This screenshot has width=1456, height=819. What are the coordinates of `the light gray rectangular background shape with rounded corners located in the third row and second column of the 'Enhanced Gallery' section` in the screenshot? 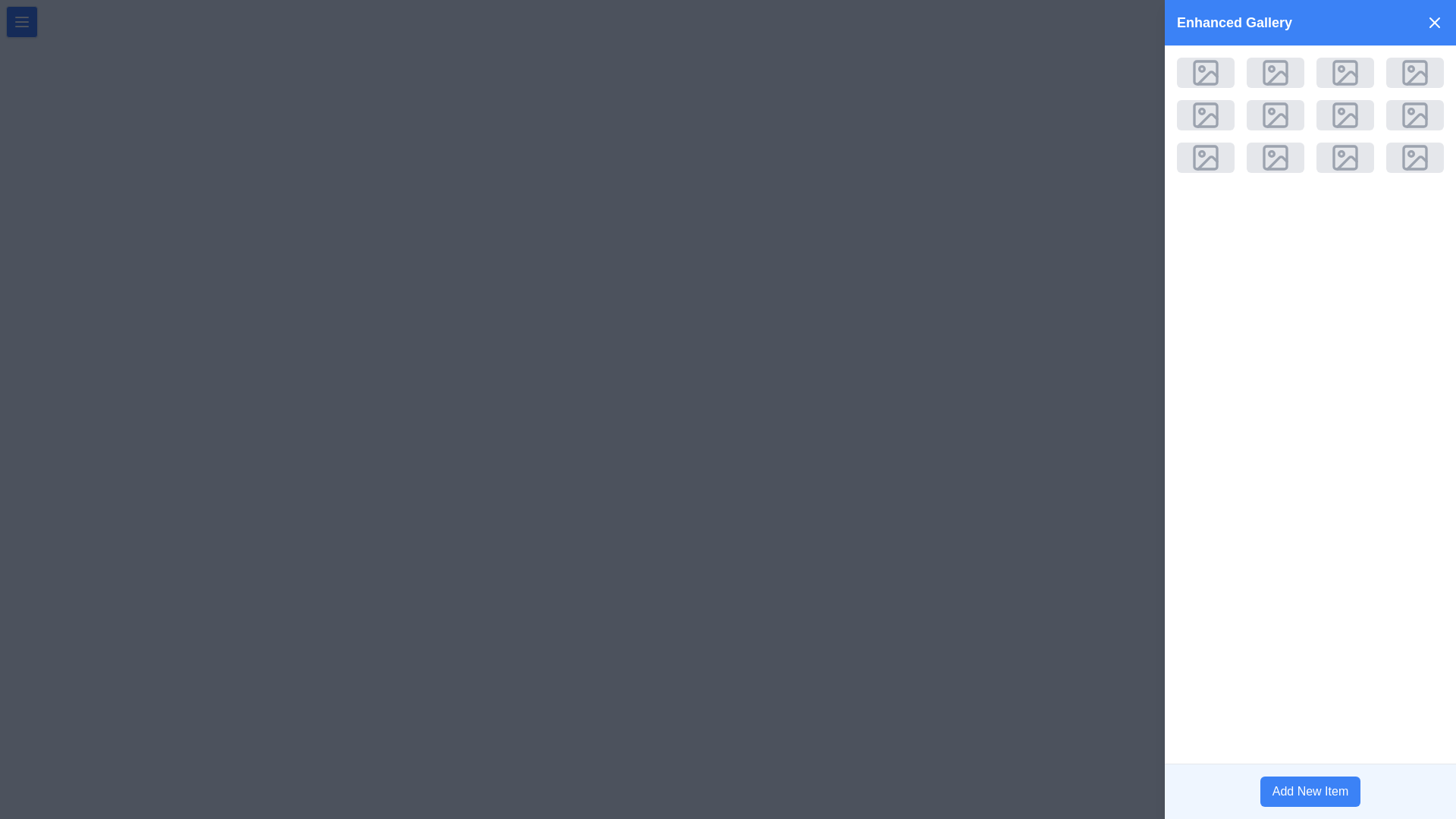 It's located at (1345, 73).